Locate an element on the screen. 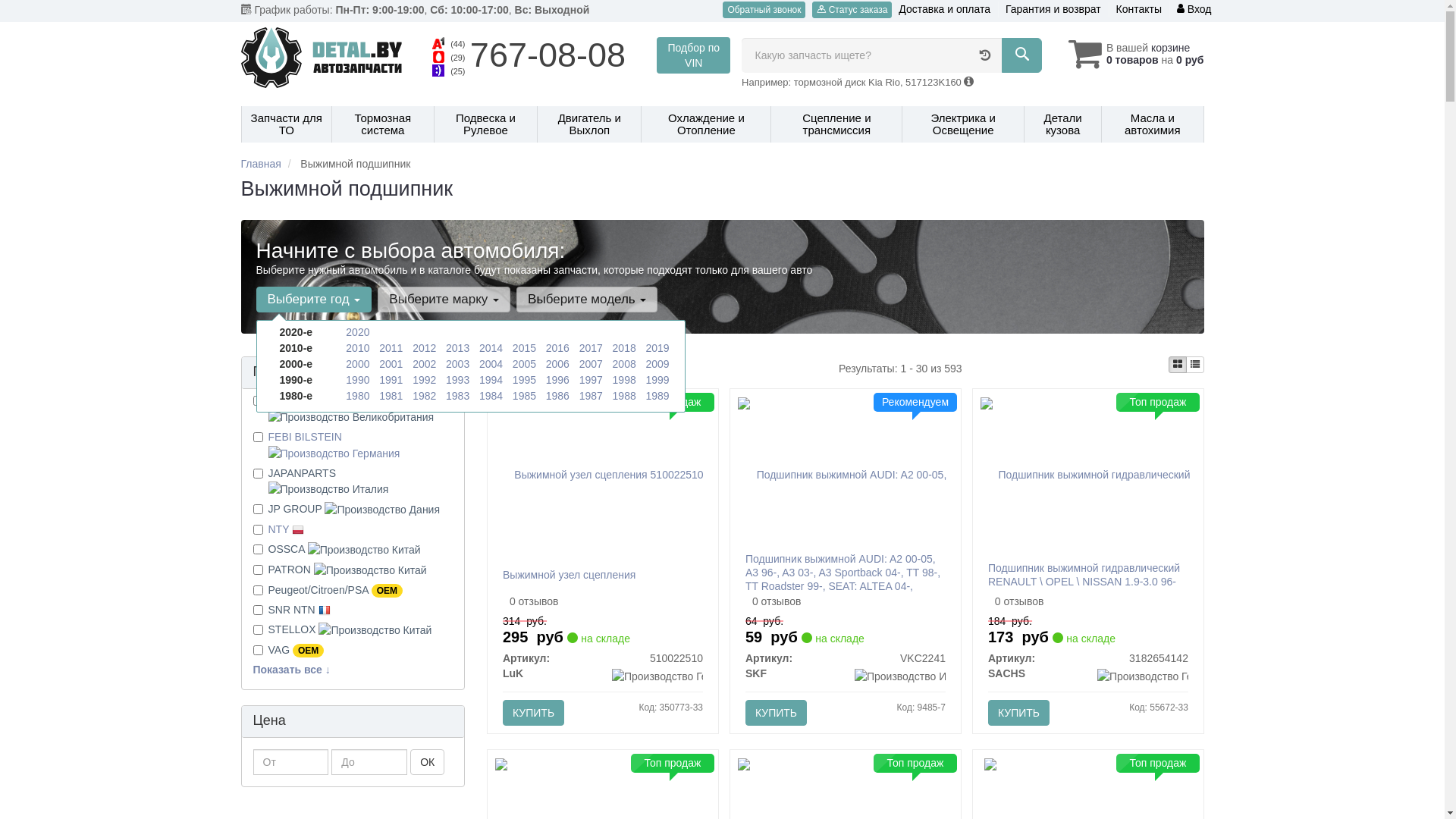 Image resolution: width=1456 pixels, height=819 pixels. '1985' is located at coordinates (513, 394).